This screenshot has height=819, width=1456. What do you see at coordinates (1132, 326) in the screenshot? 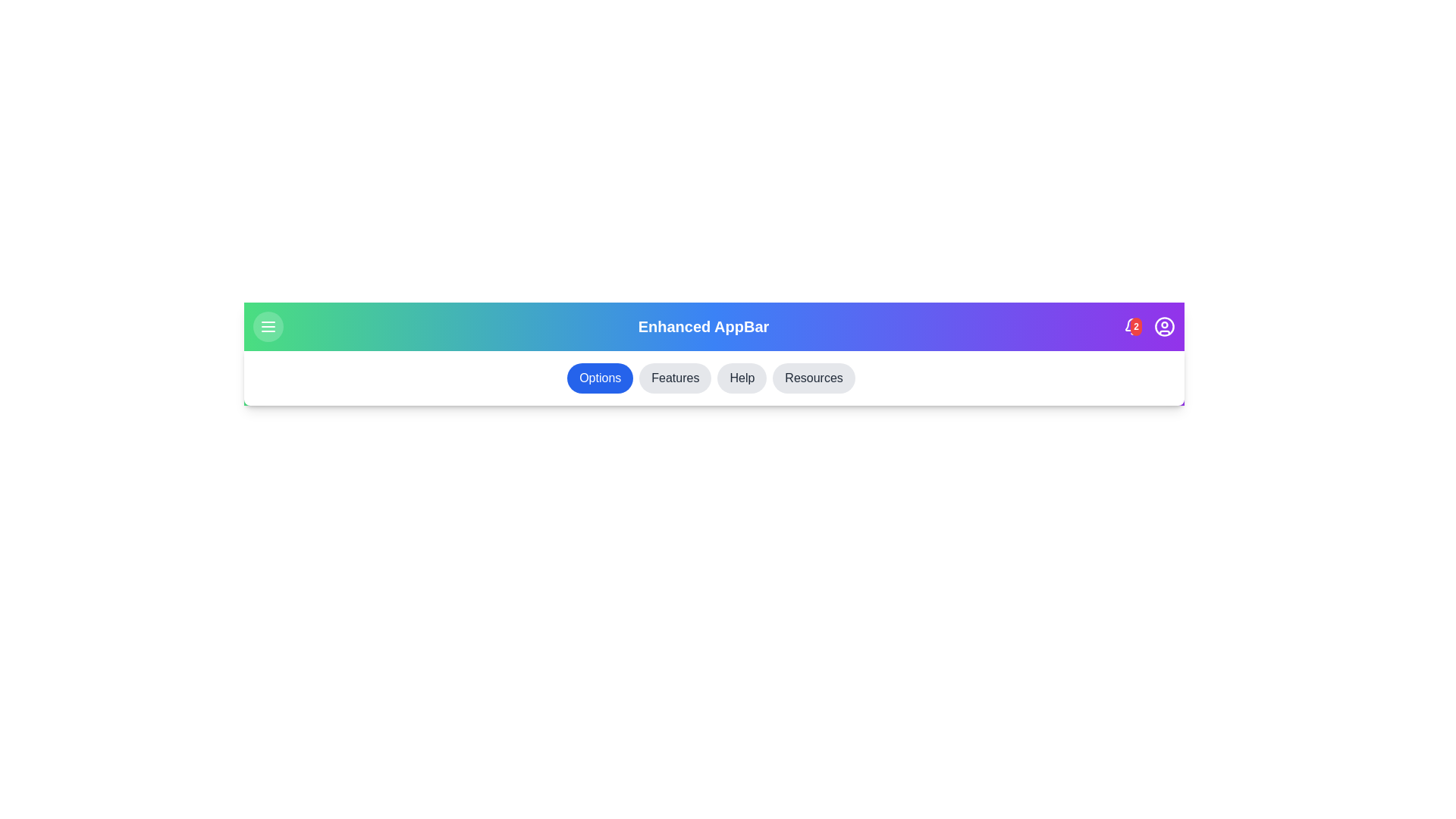
I see `the bell icon to open the notifications panel` at bounding box center [1132, 326].